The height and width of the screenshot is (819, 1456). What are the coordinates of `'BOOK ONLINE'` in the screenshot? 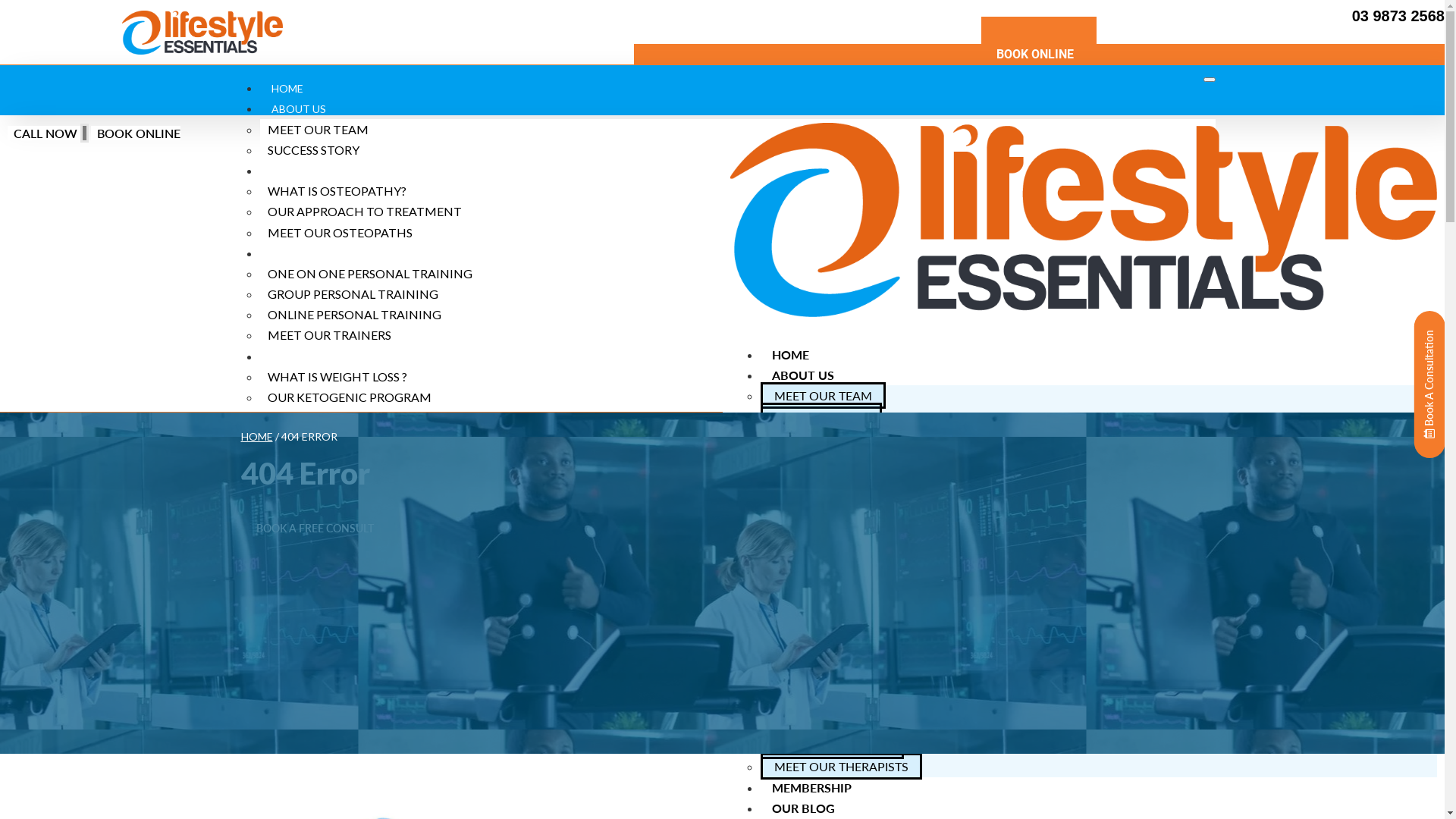 It's located at (1037, 53).